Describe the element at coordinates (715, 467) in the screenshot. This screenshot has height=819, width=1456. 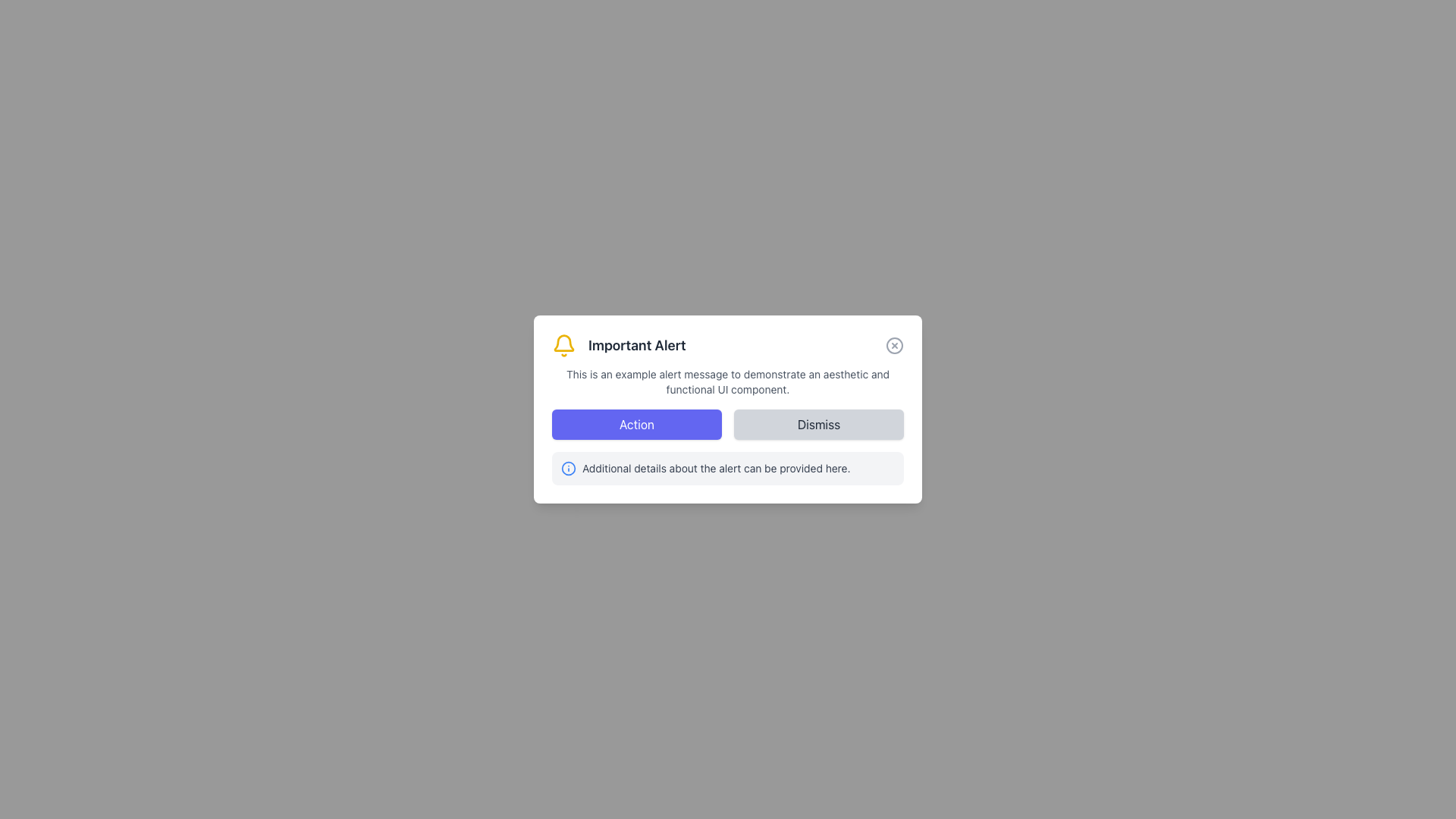
I see `supplementary information text located at the bottom section of the notification card, positioned to the right of the circular 'i' icon within a light gray background box` at that location.